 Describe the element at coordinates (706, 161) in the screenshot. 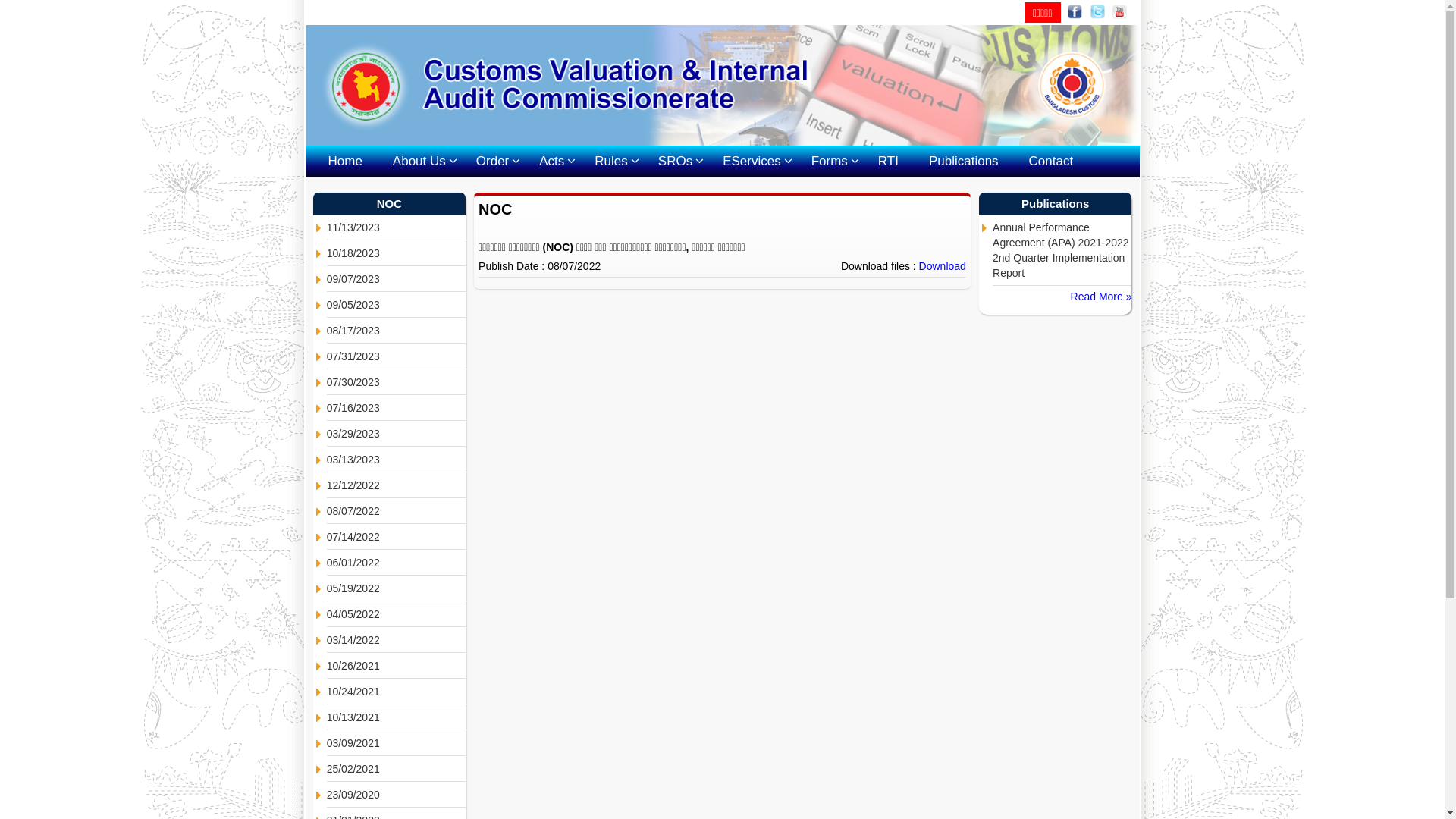

I see `'EServices'` at that location.